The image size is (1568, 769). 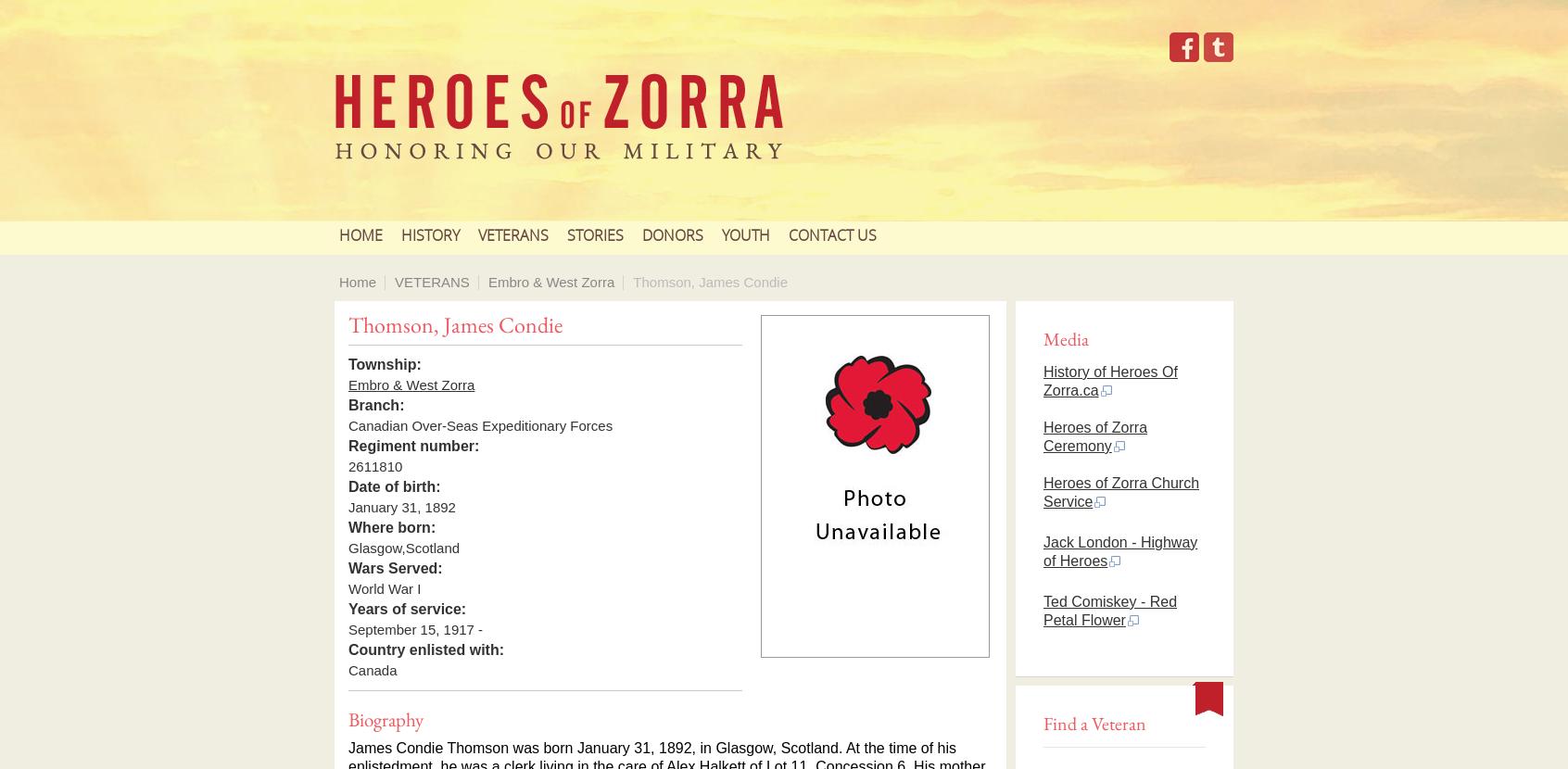 What do you see at coordinates (348, 568) in the screenshot?
I see `'Wars Served:'` at bounding box center [348, 568].